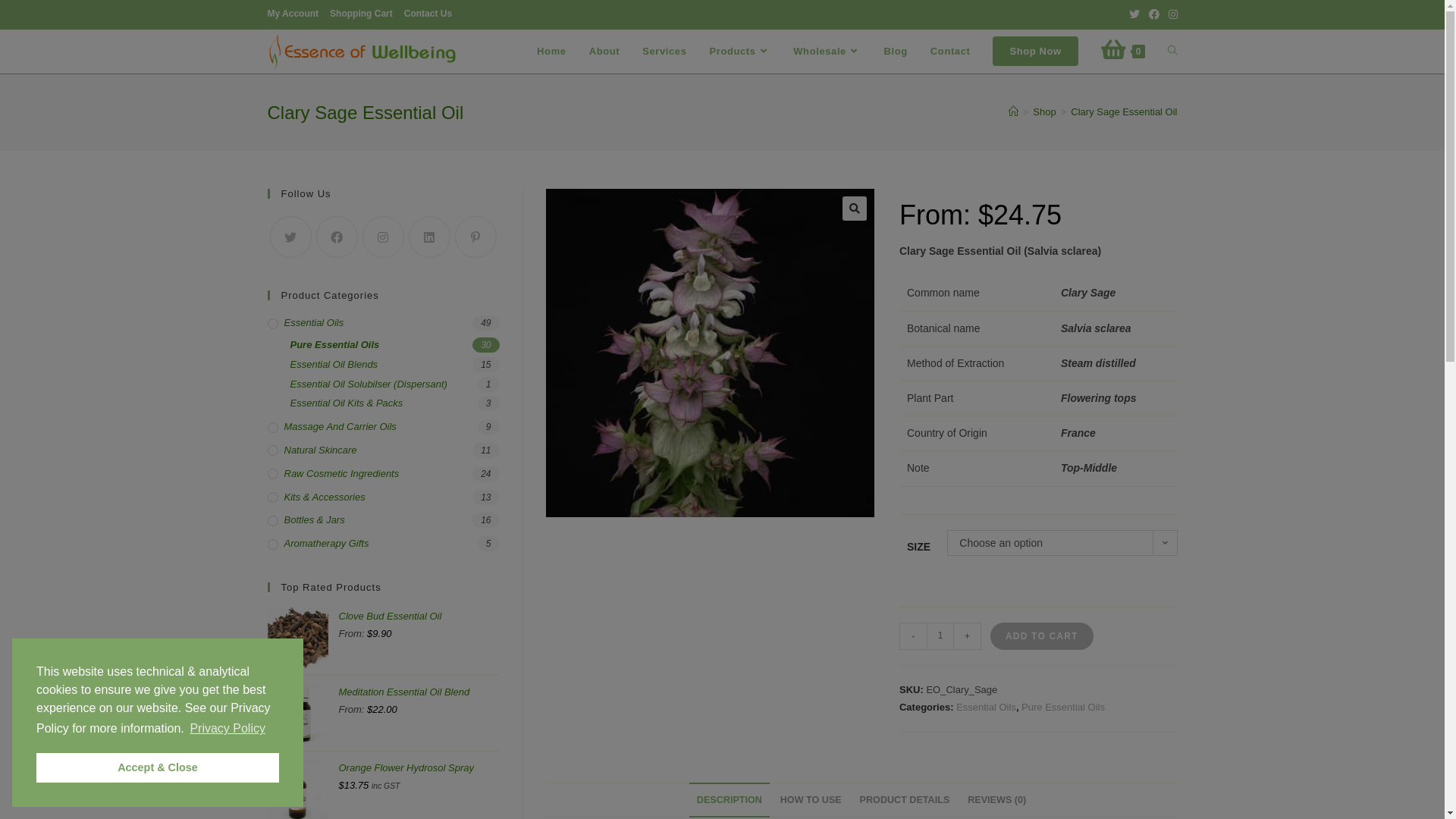  What do you see at coordinates (896, 51) in the screenshot?
I see `'Blog'` at bounding box center [896, 51].